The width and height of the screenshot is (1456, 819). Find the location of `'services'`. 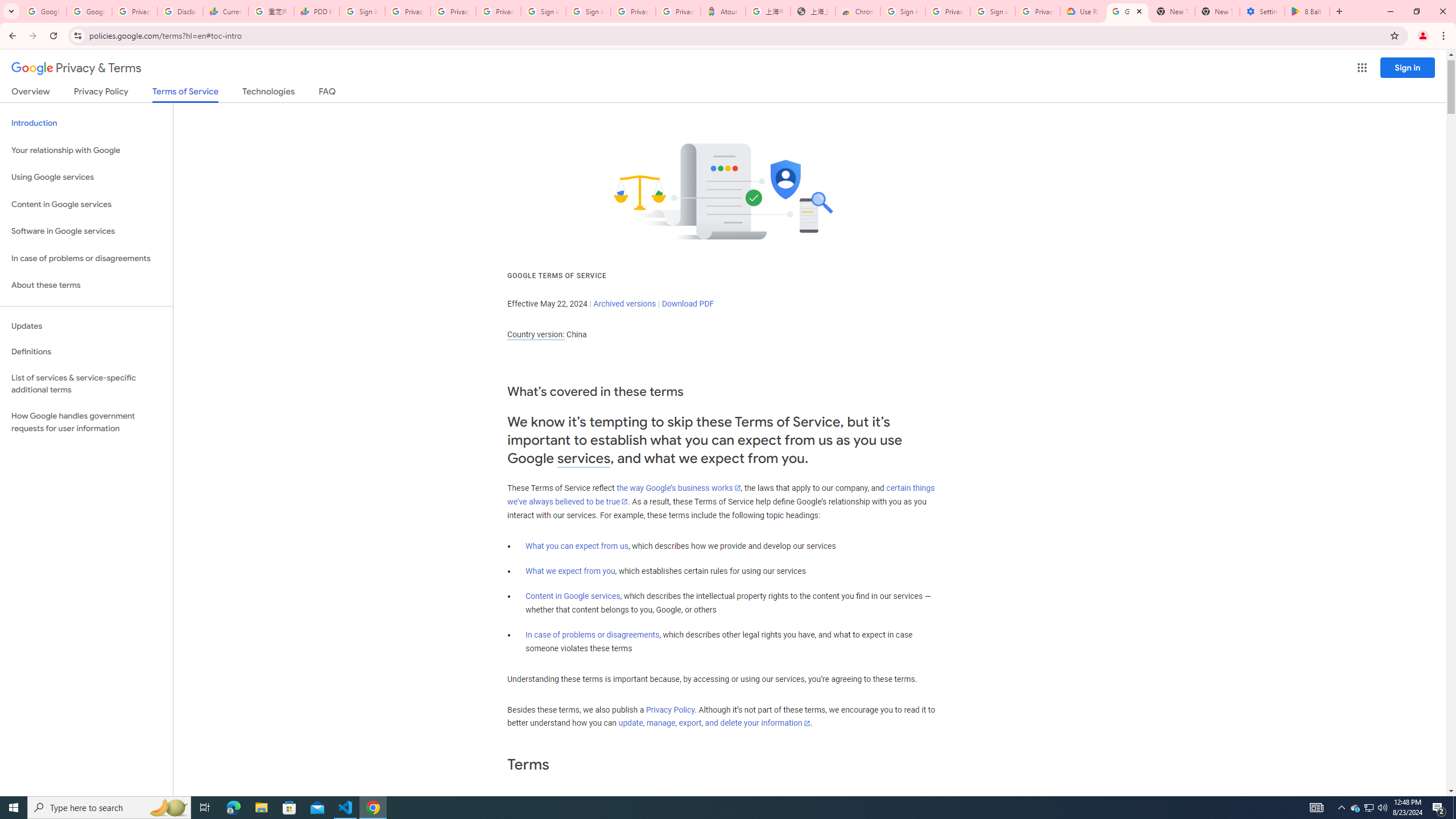

'services' is located at coordinates (584, 458).